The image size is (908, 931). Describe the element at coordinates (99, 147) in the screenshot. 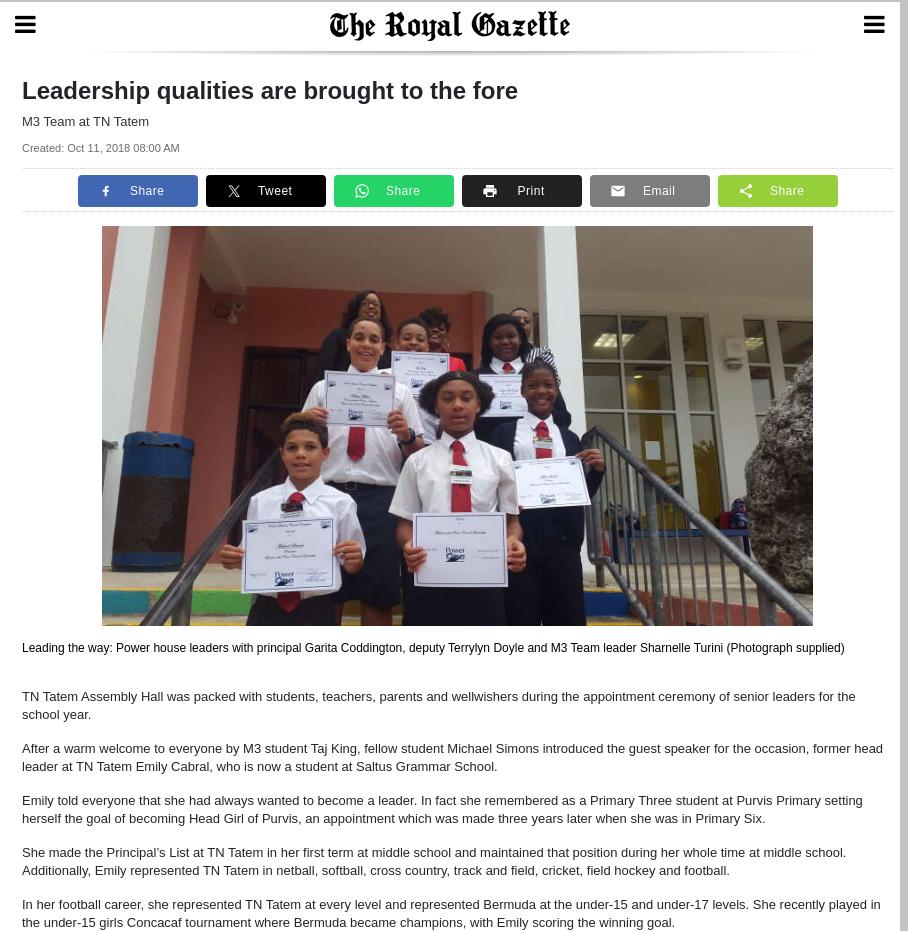

I see `'Created: Oct 11, 2018 08:00 AM'` at that location.